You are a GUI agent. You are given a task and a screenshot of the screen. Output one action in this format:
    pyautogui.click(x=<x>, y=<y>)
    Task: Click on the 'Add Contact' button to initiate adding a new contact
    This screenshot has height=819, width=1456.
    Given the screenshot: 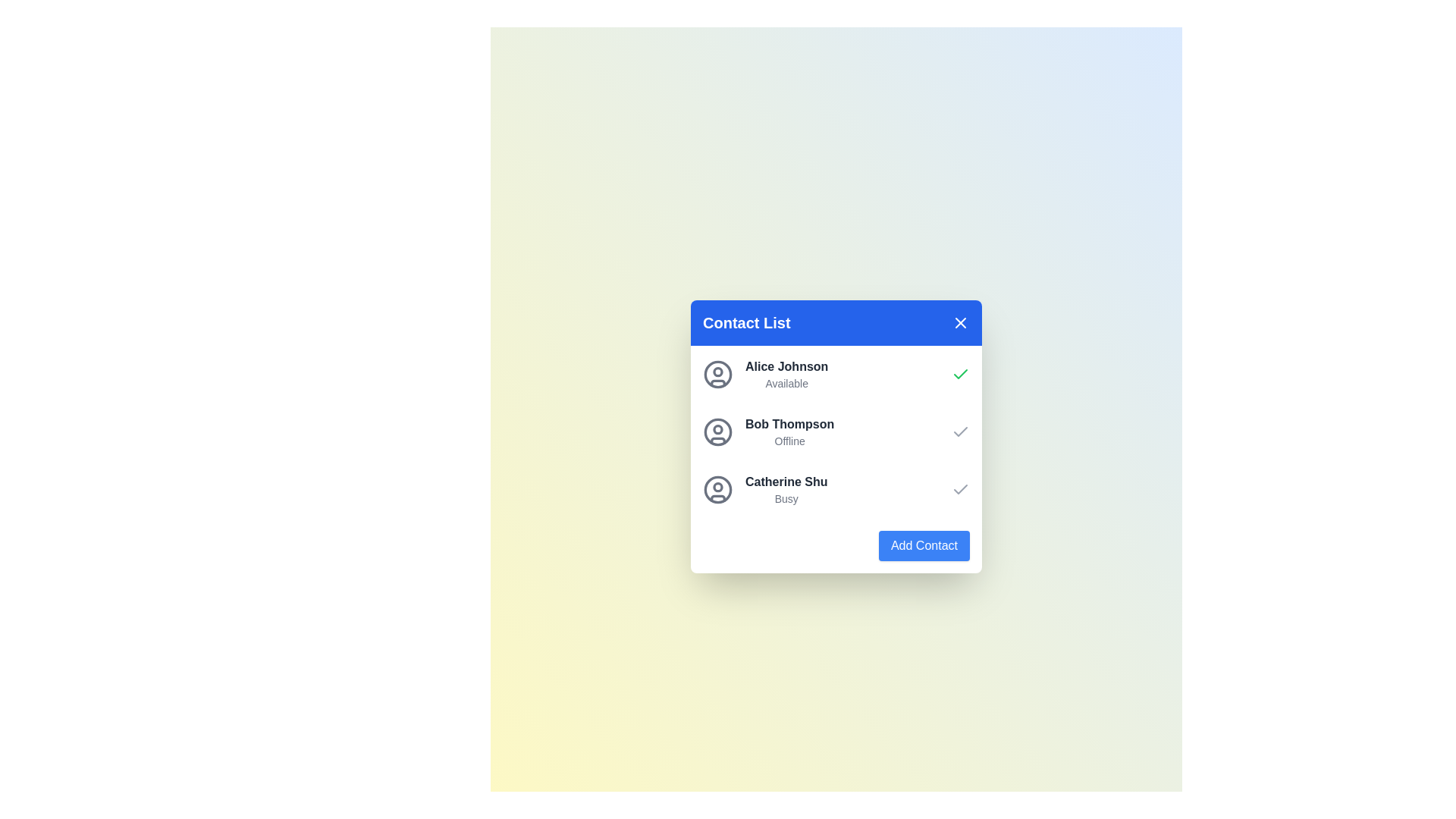 What is the action you would take?
    pyautogui.click(x=923, y=546)
    